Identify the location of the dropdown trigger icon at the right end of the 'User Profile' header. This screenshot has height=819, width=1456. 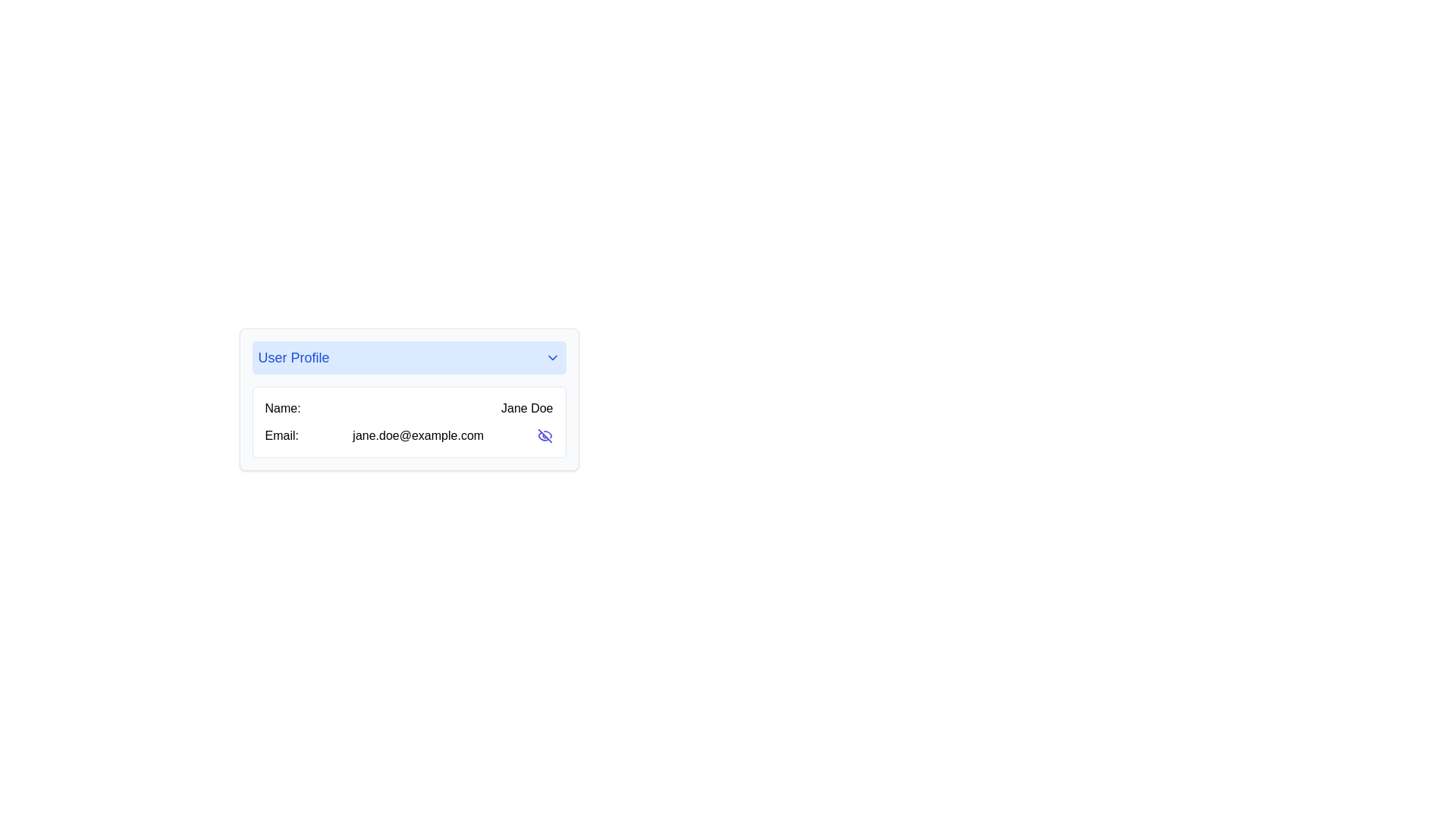
(551, 357).